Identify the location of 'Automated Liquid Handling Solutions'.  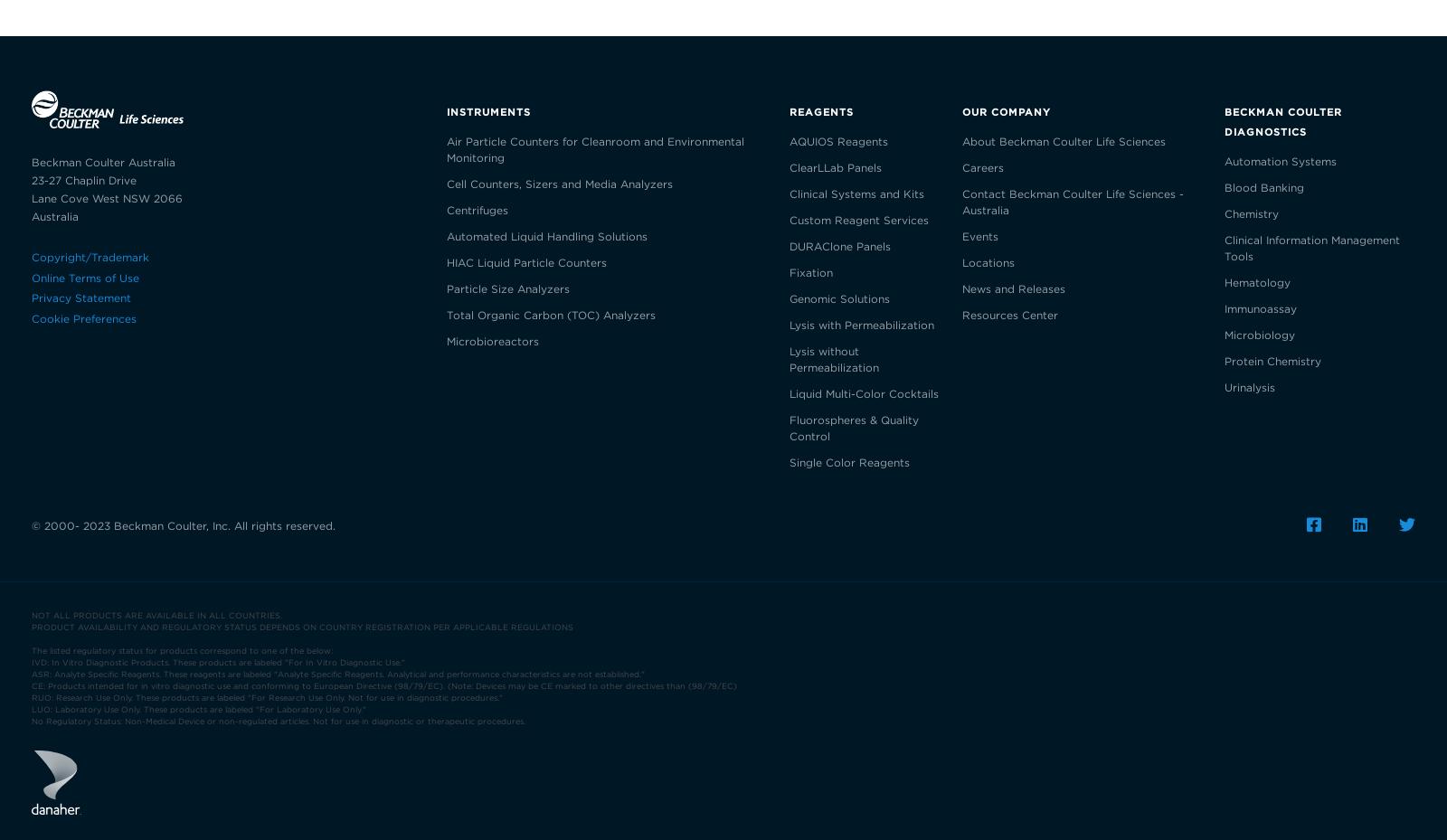
(546, 234).